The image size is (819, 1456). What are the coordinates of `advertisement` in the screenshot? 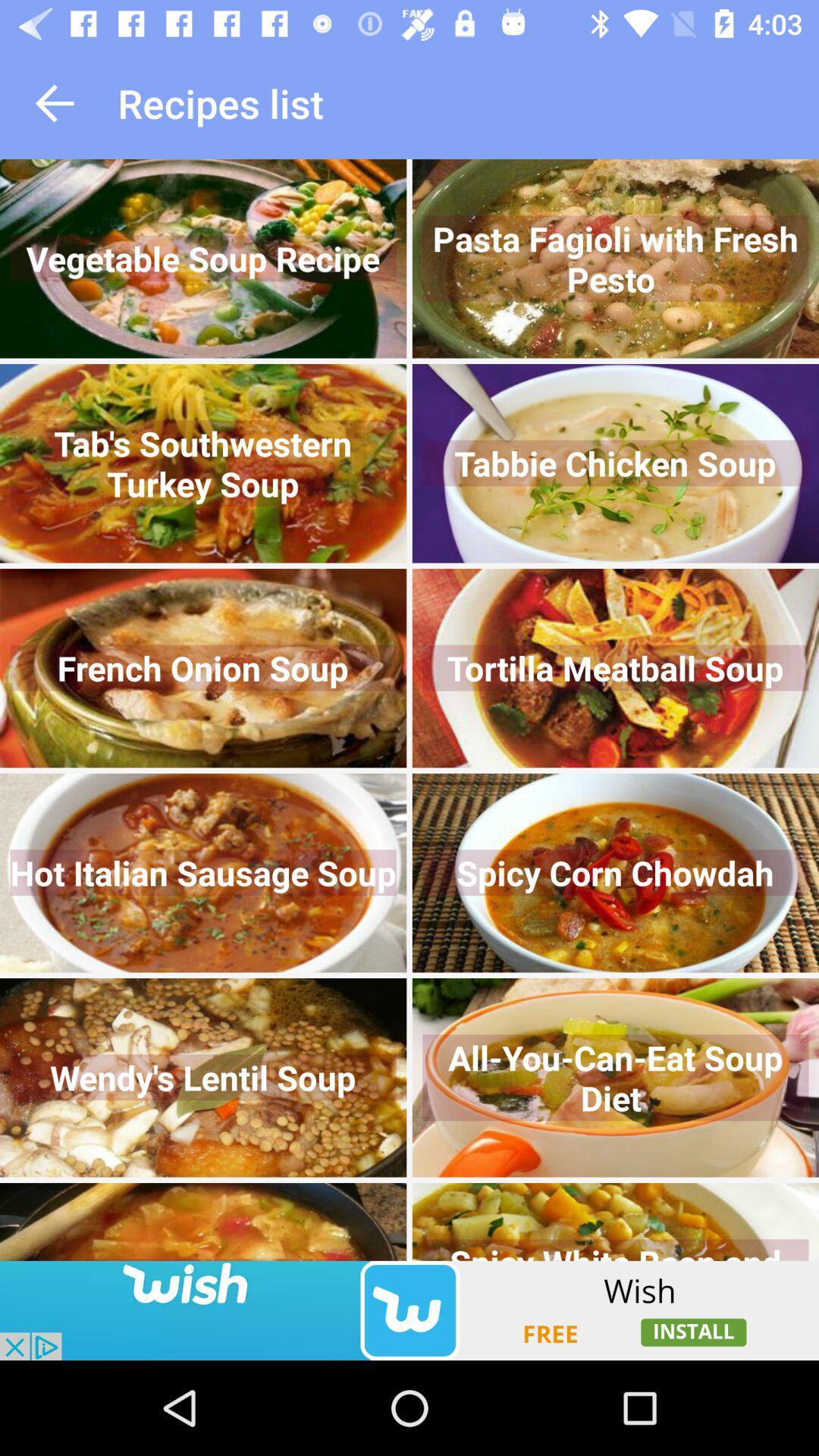 It's located at (409, 1310).